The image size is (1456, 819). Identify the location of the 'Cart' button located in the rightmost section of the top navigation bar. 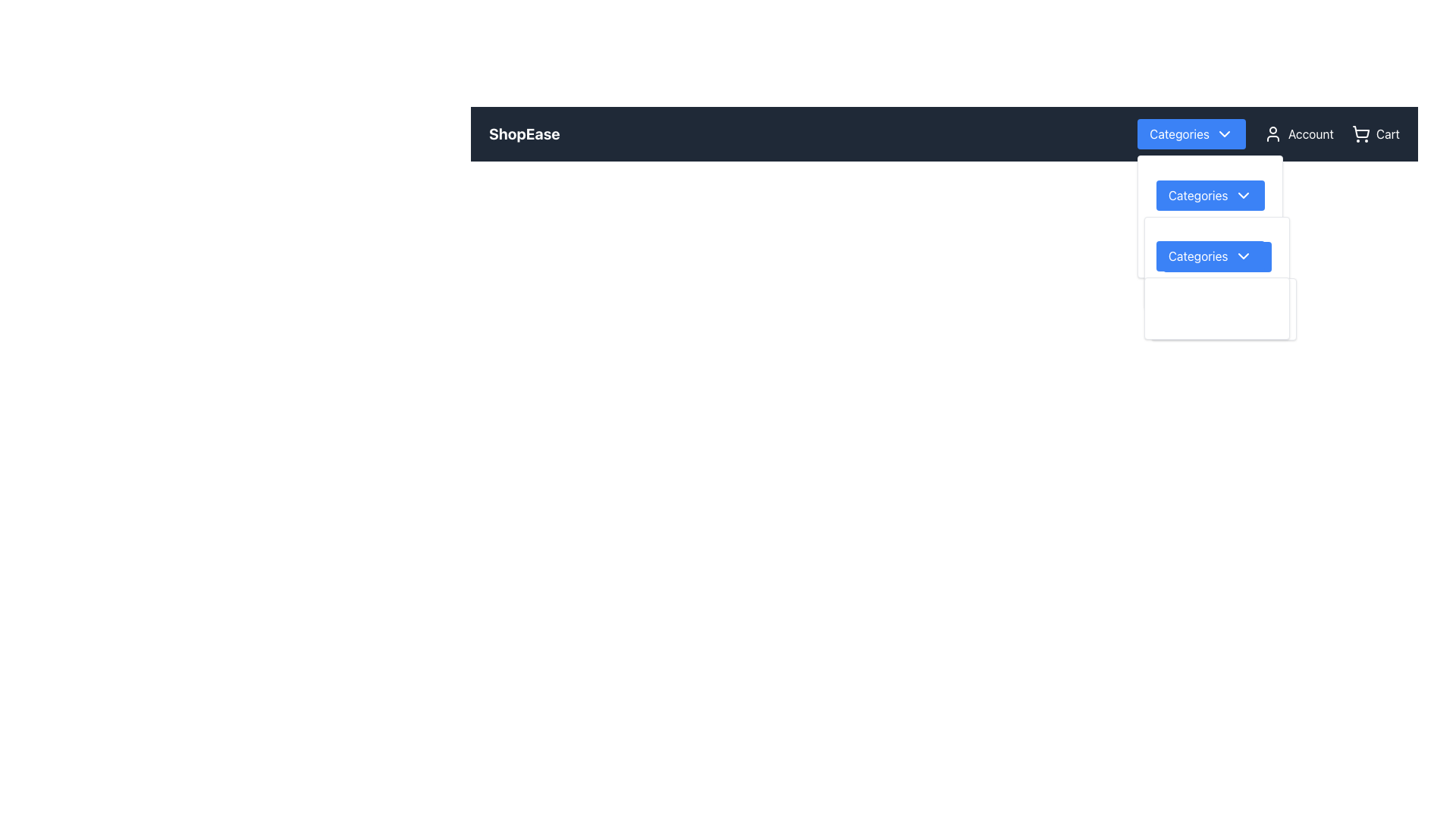
(1376, 133).